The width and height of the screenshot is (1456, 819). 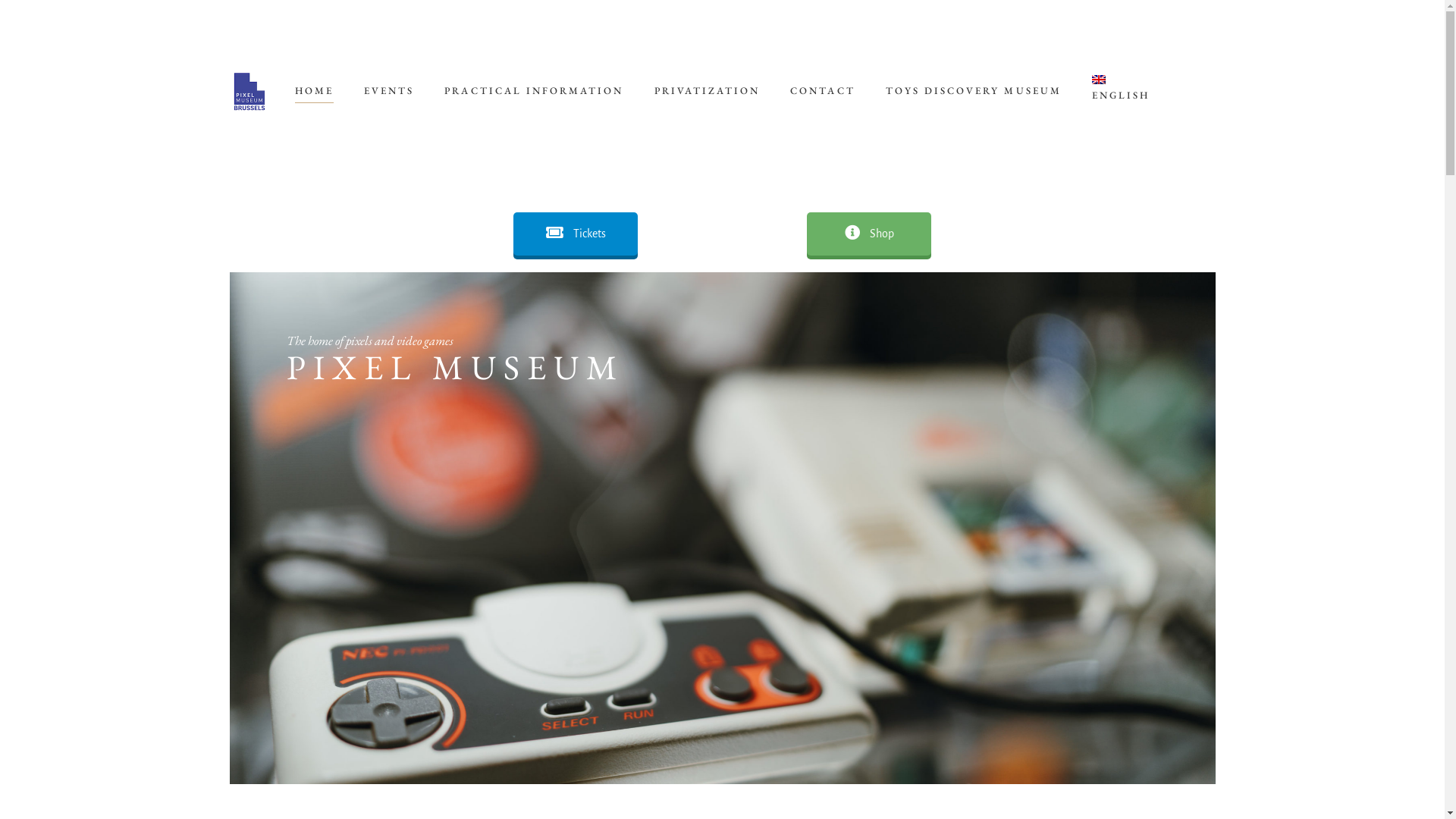 I want to click on 'Shop', so click(x=806, y=234).